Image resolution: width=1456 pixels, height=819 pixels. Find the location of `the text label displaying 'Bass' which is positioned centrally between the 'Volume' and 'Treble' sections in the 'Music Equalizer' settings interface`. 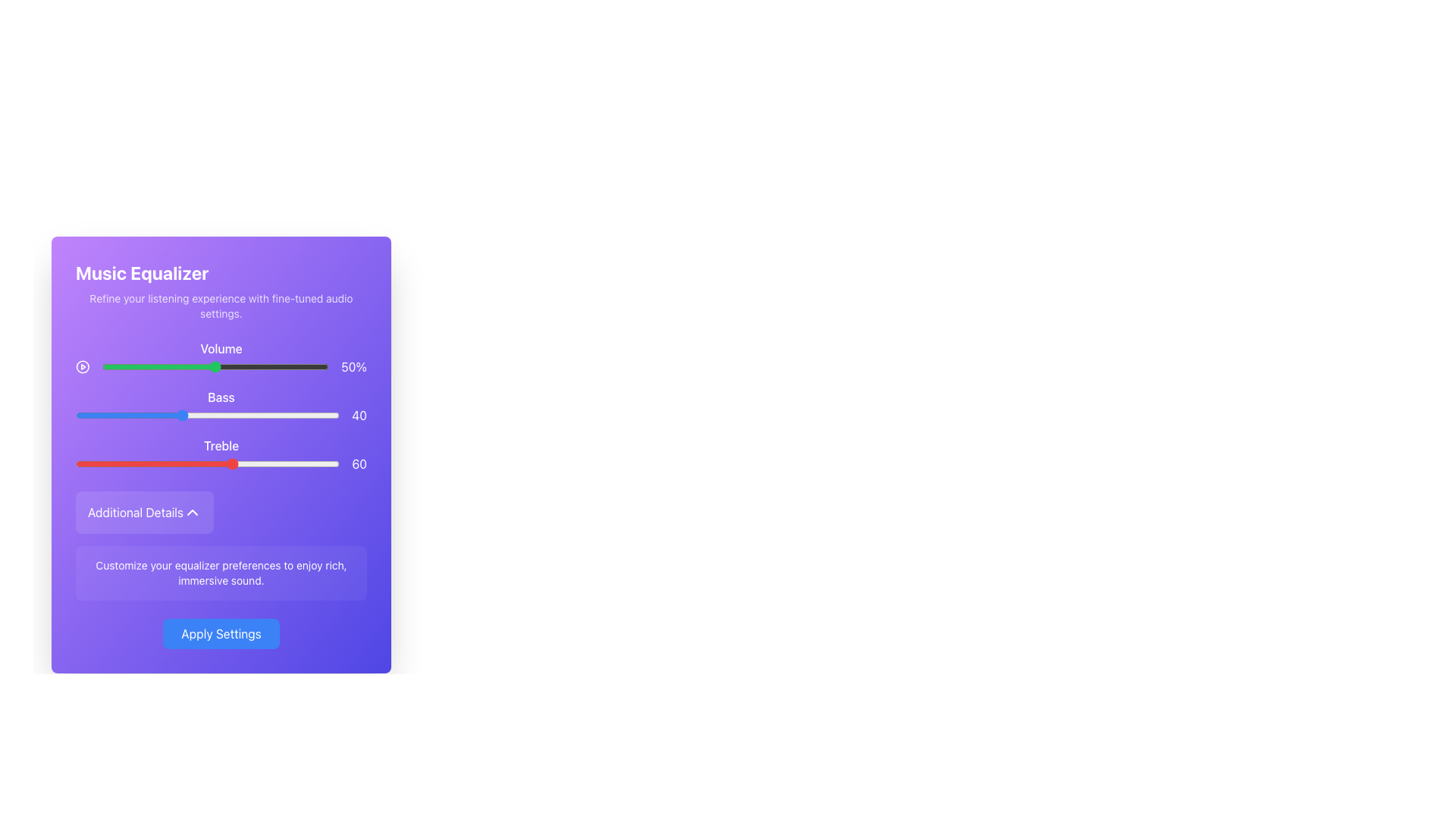

the text label displaying 'Bass' which is positioned centrally between the 'Volume' and 'Treble' sections in the 'Music Equalizer' settings interface is located at coordinates (221, 397).